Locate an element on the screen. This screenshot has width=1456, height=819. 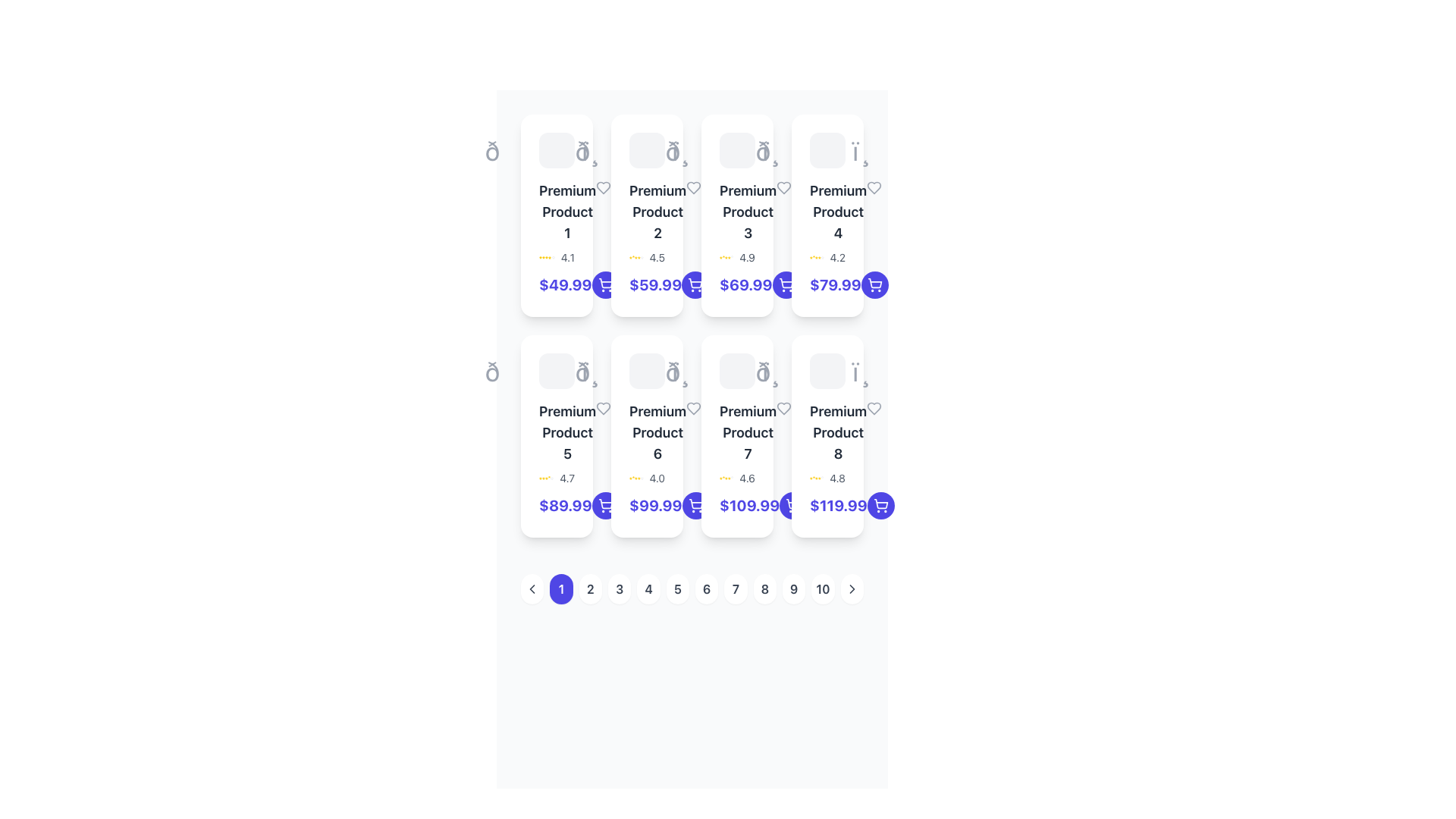
price displayed as '$49.99' in bold indigo text located in the first product card, below the product title and rating information is located at coordinates (564, 284).